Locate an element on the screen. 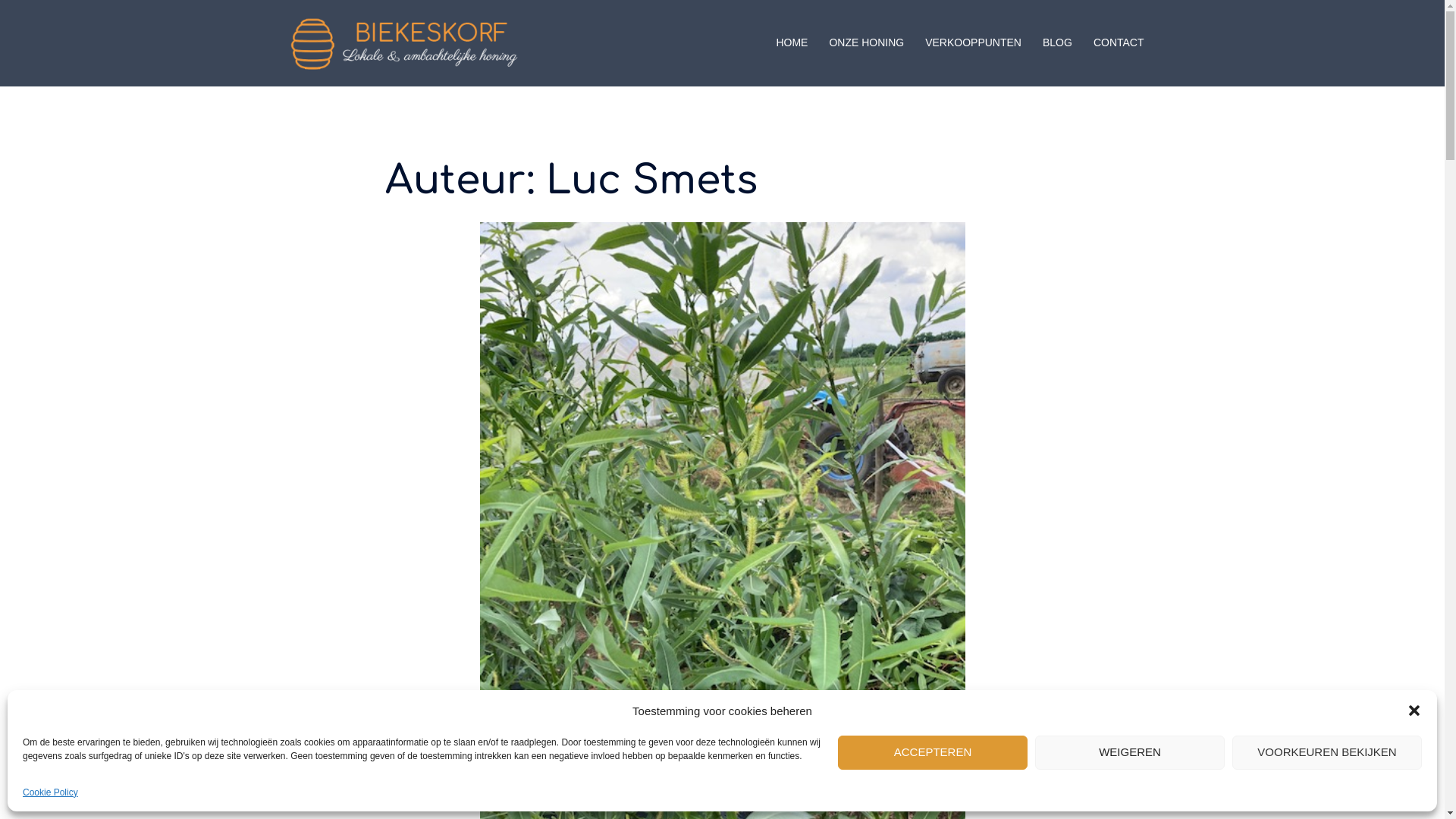 Image resolution: width=1456 pixels, height=819 pixels. 'VERKOOPPUNTEN' is located at coordinates (973, 42).